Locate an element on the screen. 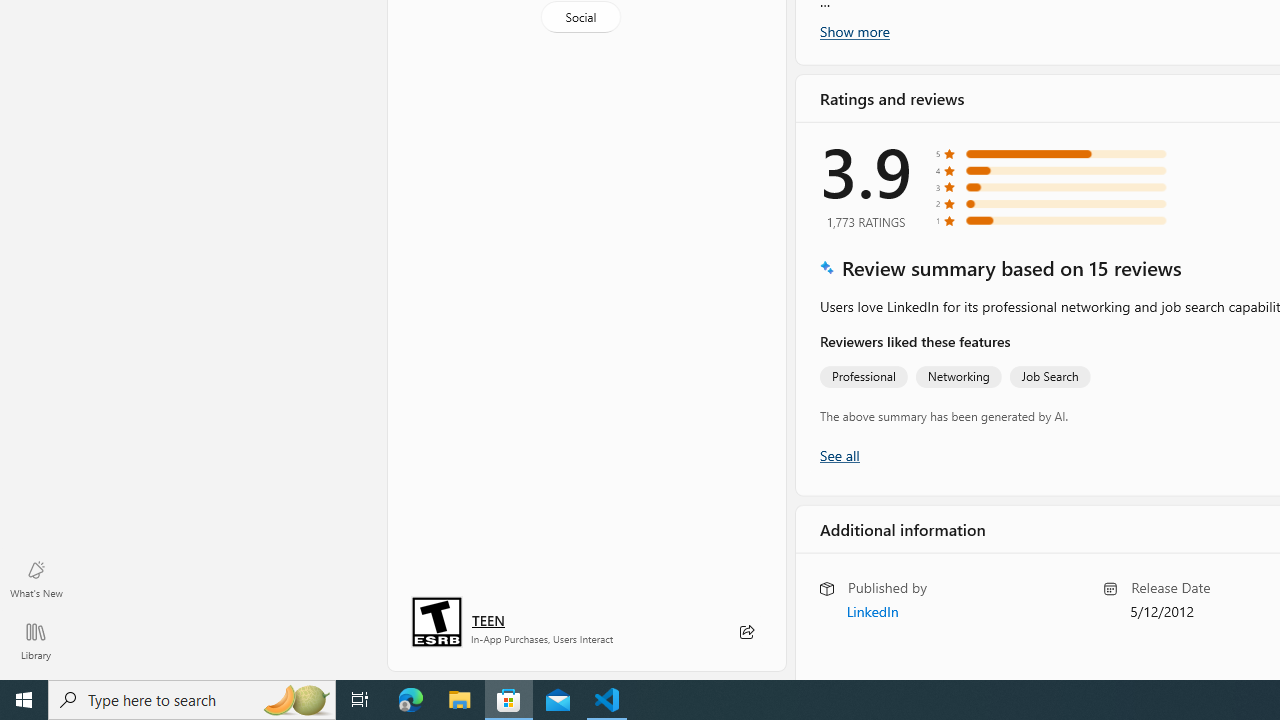 The width and height of the screenshot is (1280, 720). 'Library' is located at coordinates (35, 640).